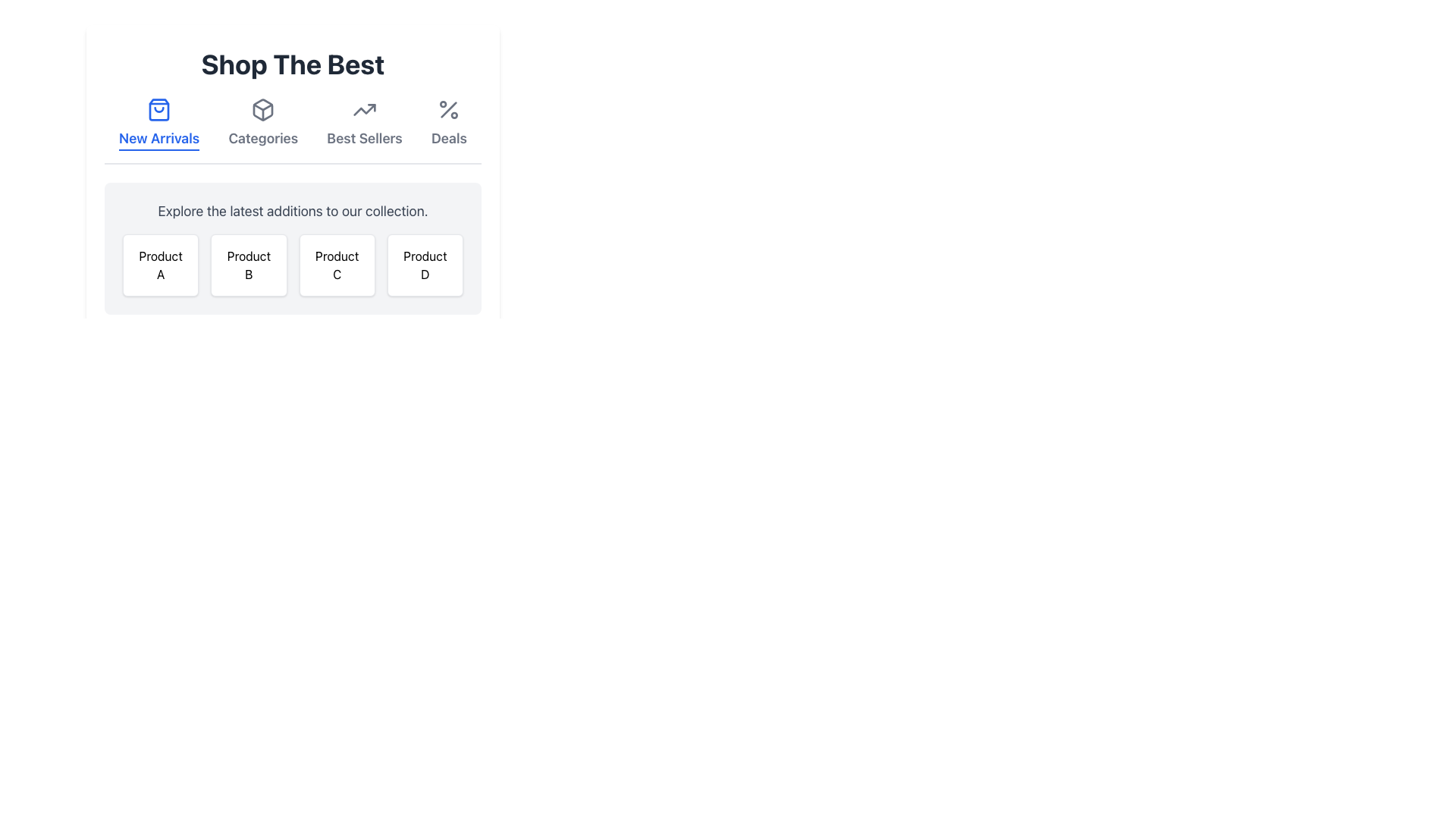  Describe the element at coordinates (293, 247) in the screenshot. I see `an individual product card within the product display area` at that location.